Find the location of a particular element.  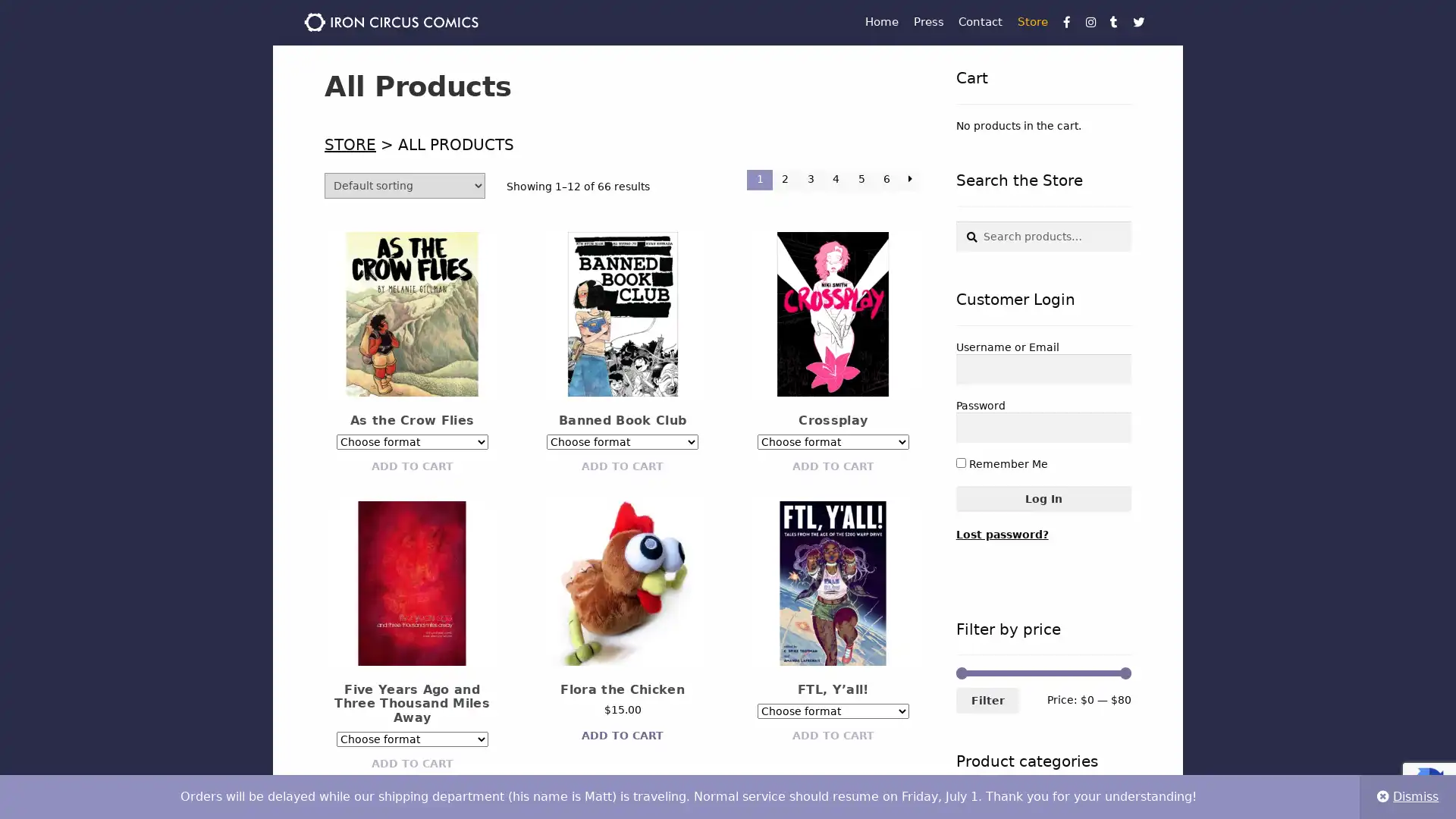

Log In is located at coordinates (1042, 498).